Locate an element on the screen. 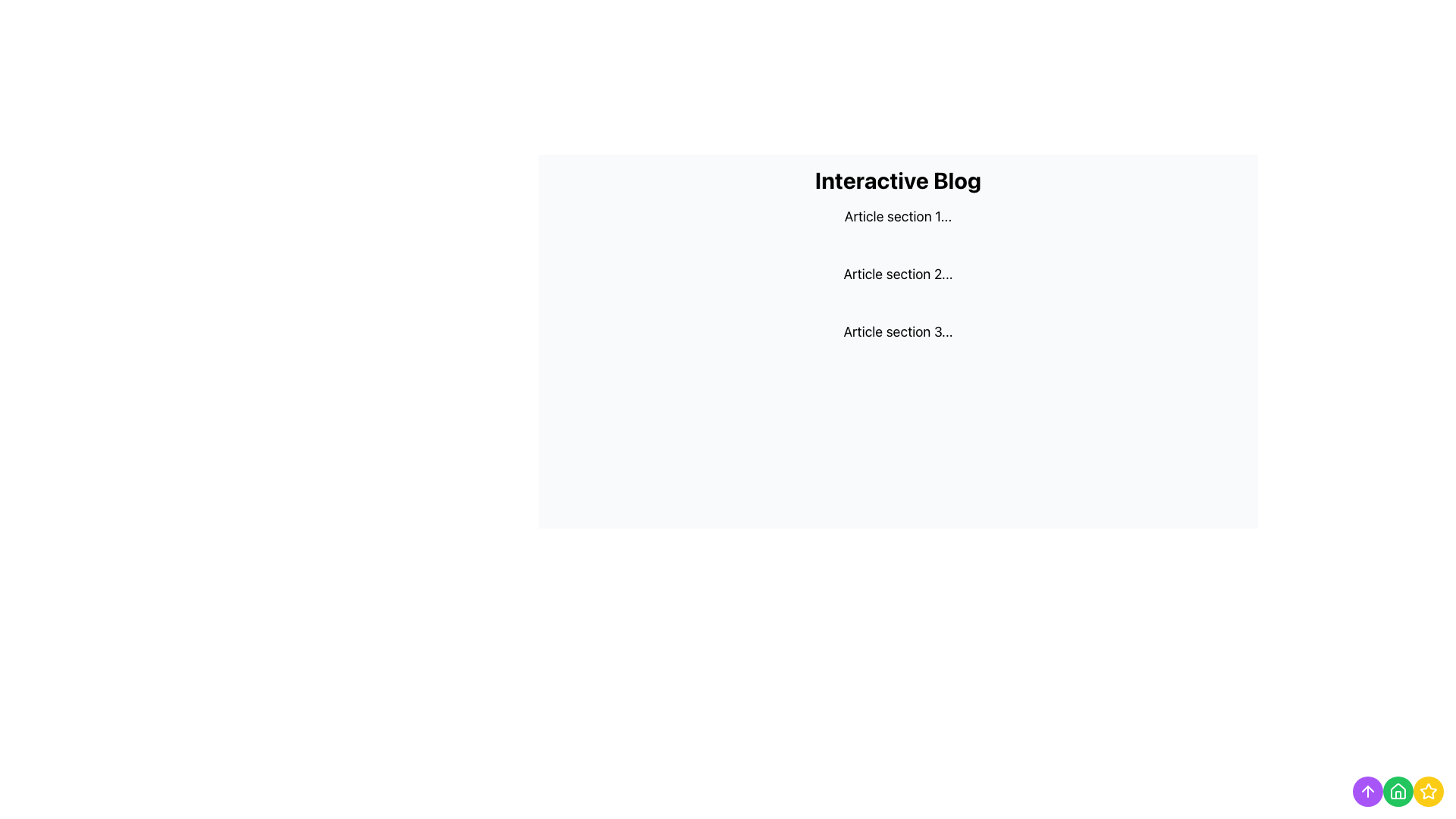 This screenshot has width=1456, height=819. the text label that categorizes the content, positioned under the section title 'Interactive Blog' is located at coordinates (898, 216).